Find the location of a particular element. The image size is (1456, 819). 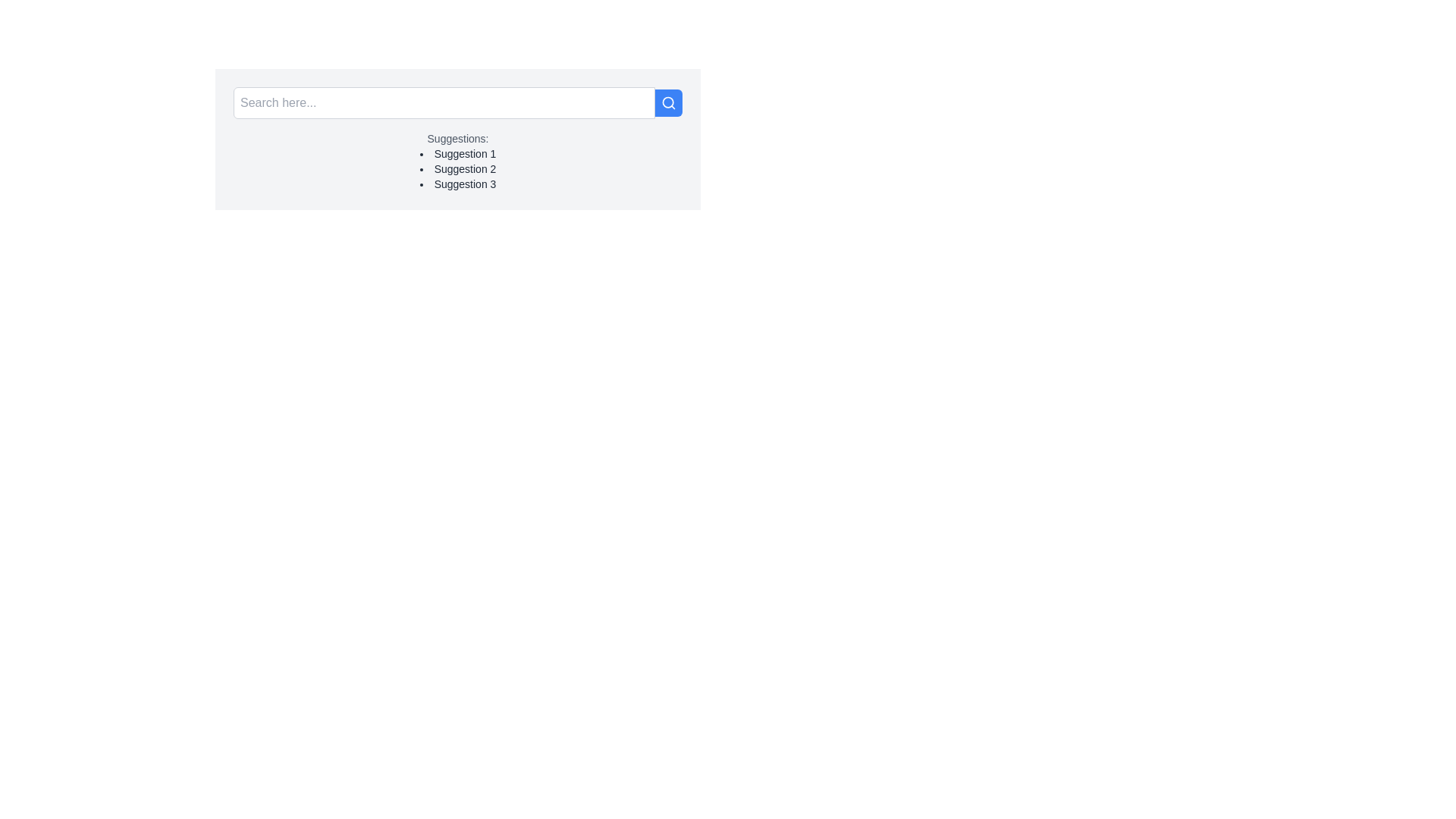

text content of the first suggestion list item located below the 'Suggestions:' label is located at coordinates (457, 154).